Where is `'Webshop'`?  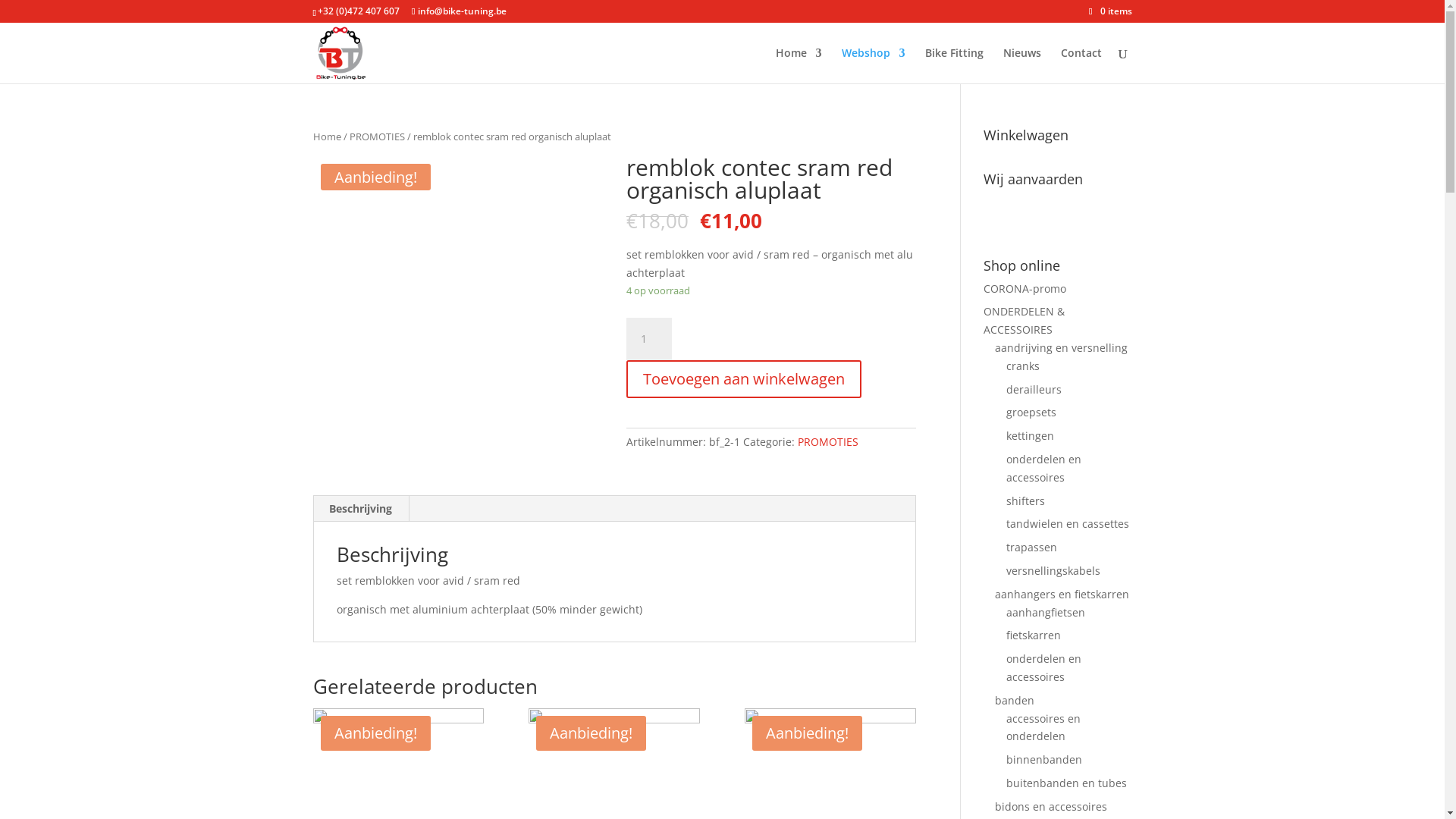 'Webshop' is located at coordinates (874, 64).